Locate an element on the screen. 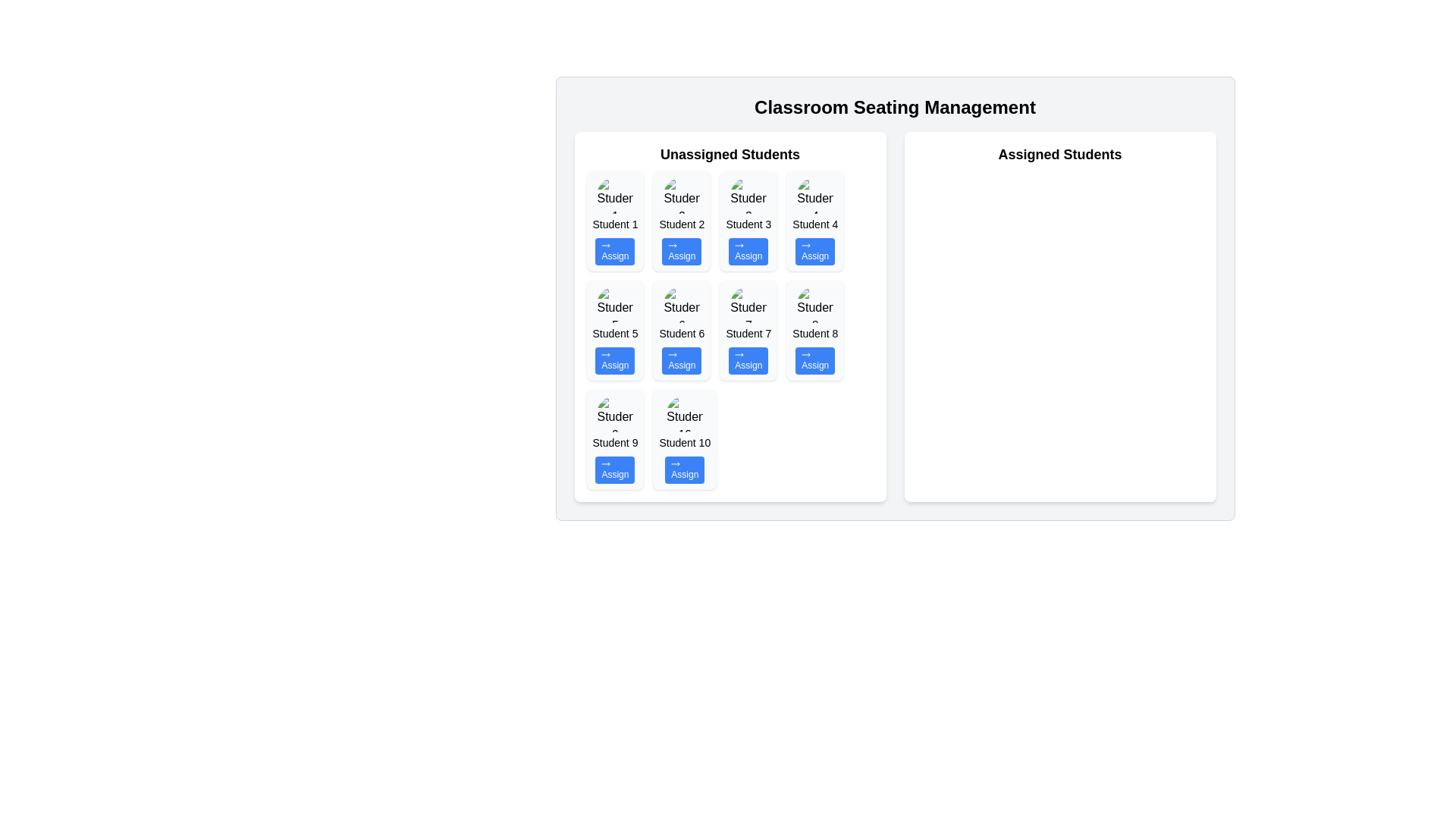  the text label identifying 'Student 8', which is located centrally within the card, positioned below the student's image and above the blue 'Assign' button is located at coordinates (814, 332).